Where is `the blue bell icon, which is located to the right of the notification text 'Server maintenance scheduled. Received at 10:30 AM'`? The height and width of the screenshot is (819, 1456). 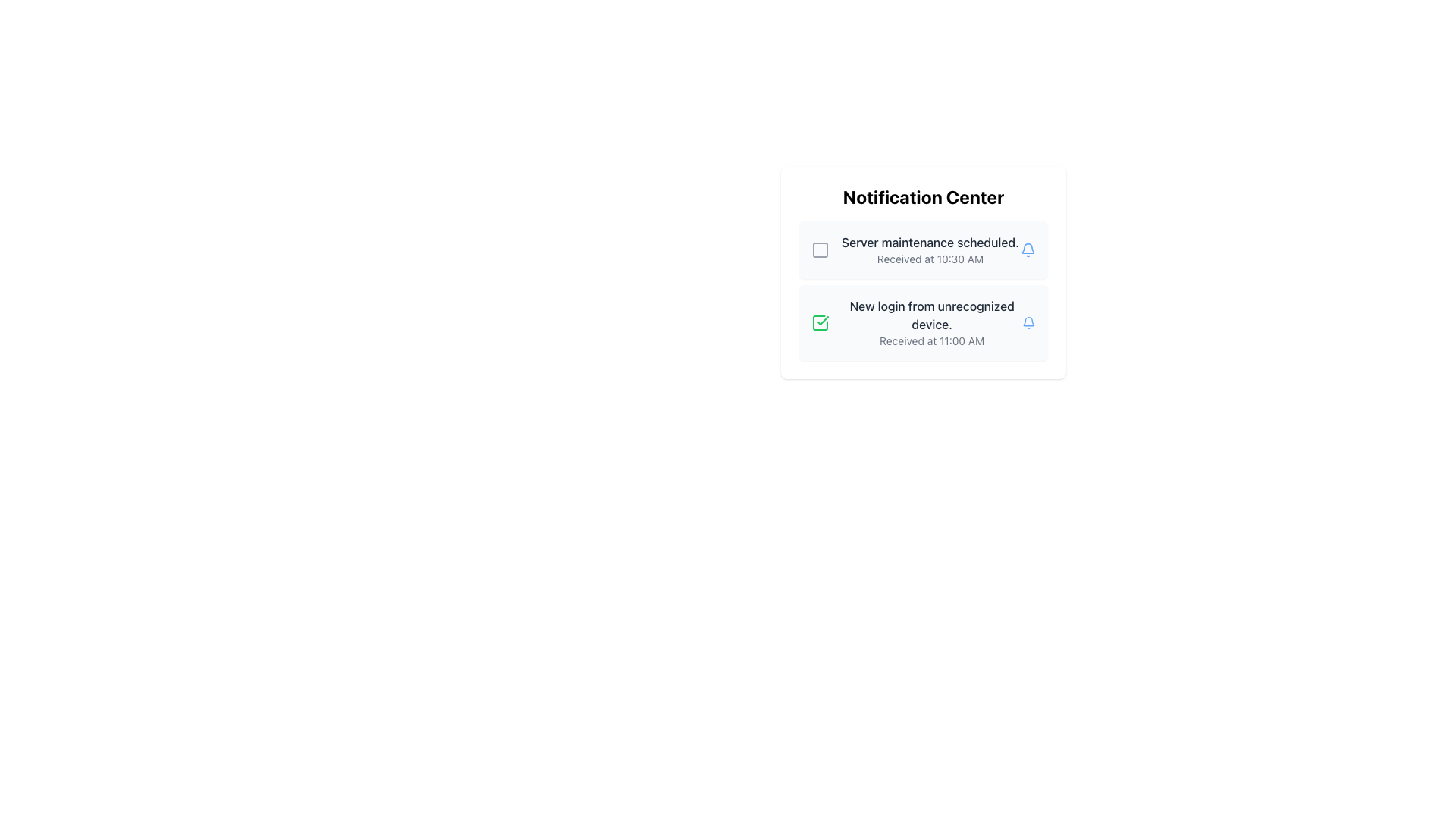
the blue bell icon, which is located to the right of the notification text 'Server maintenance scheduled. Received at 10:30 AM' is located at coordinates (1028, 249).